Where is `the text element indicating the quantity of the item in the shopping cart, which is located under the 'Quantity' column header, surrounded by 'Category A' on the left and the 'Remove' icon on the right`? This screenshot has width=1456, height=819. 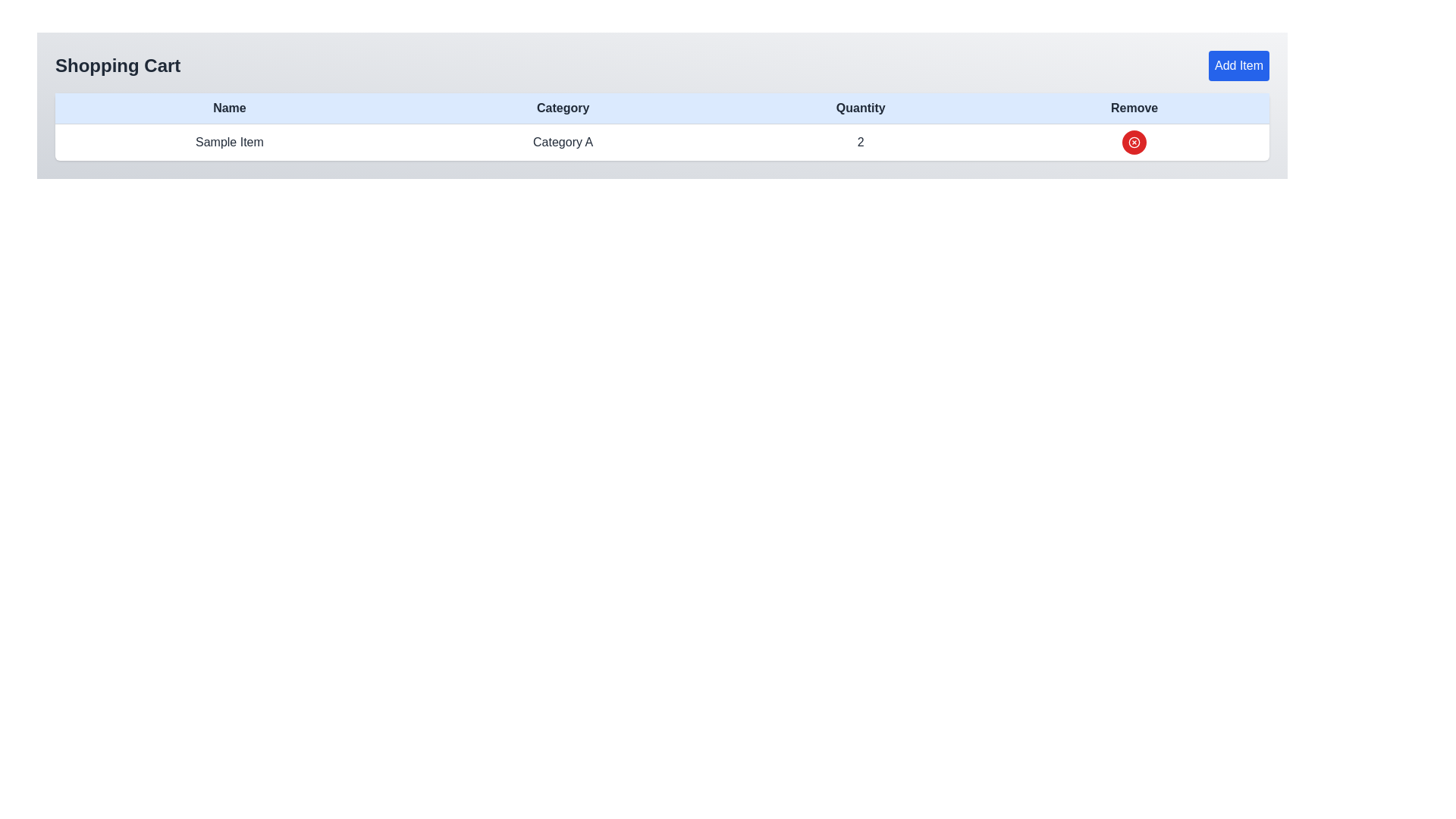 the text element indicating the quantity of the item in the shopping cart, which is located under the 'Quantity' column header, surrounded by 'Category A' on the left and the 'Remove' icon on the right is located at coordinates (861, 142).